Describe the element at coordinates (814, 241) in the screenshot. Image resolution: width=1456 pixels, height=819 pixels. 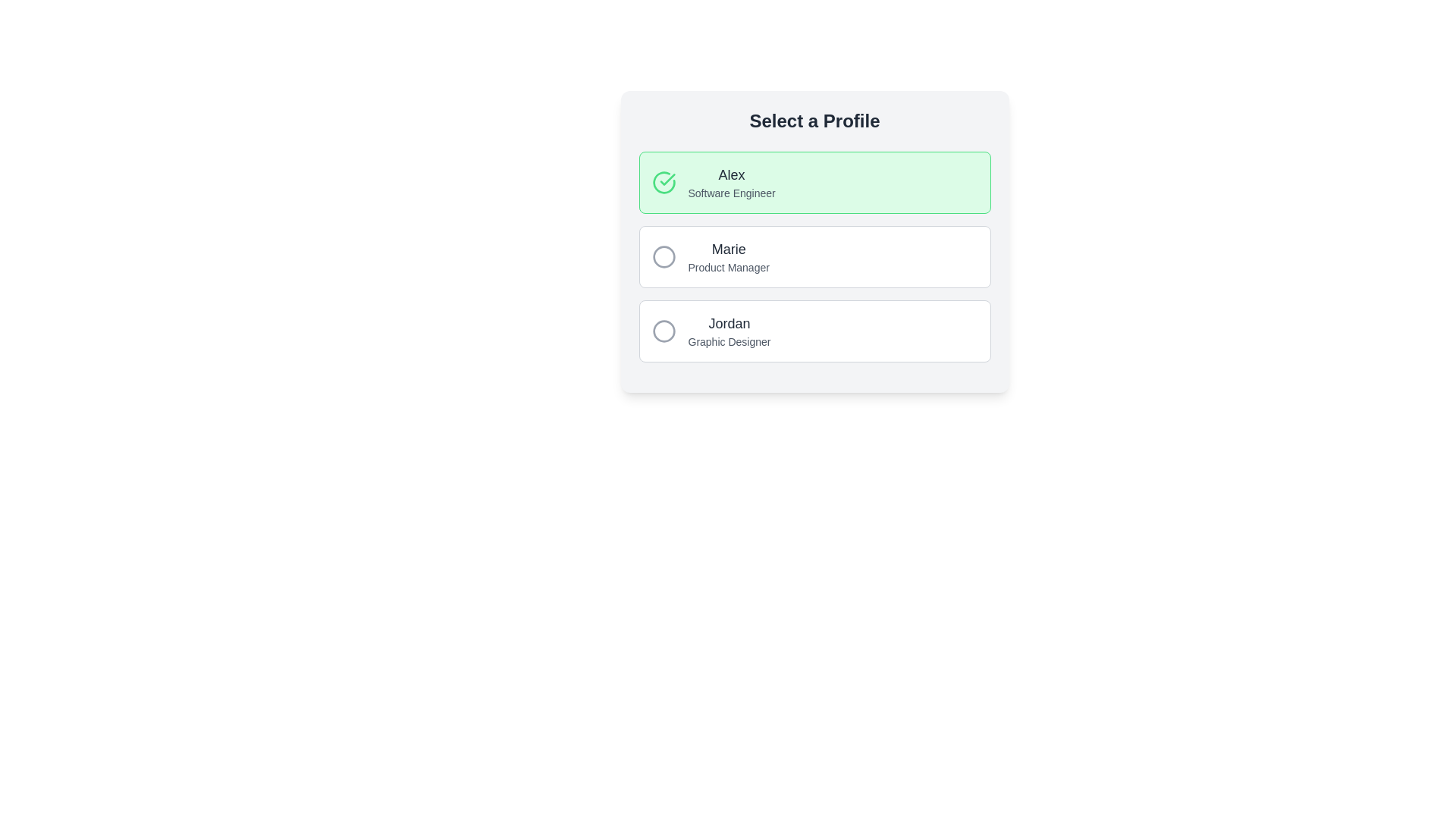
I see `the selectable item labeled 'Marie - Product Manager' in the profile selection list` at that location.